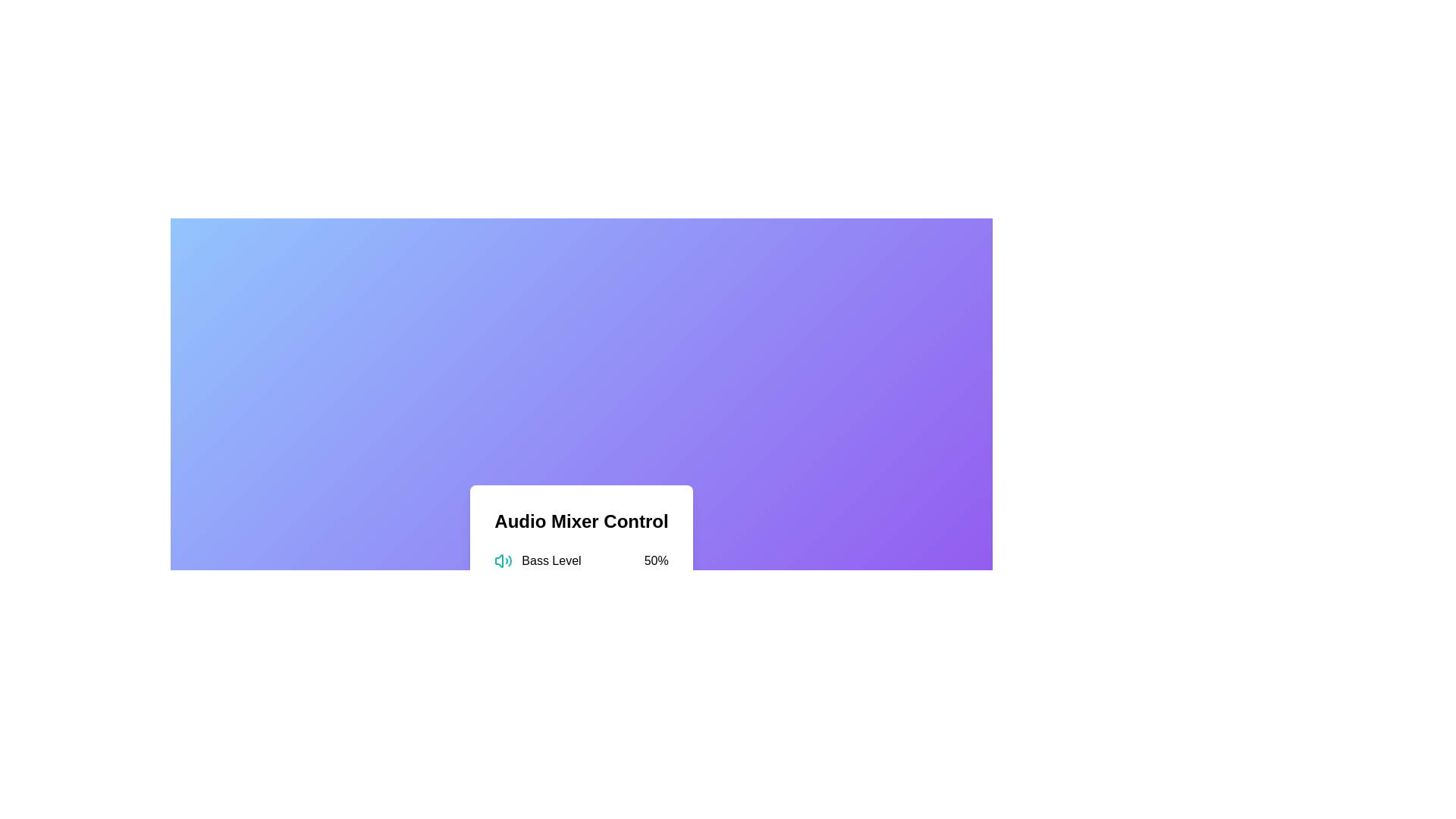 The height and width of the screenshot is (819, 1456). What do you see at coordinates (543, 579) in the screenshot?
I see `the Bass Level slider to 28%` at bounding box center [543, 579].